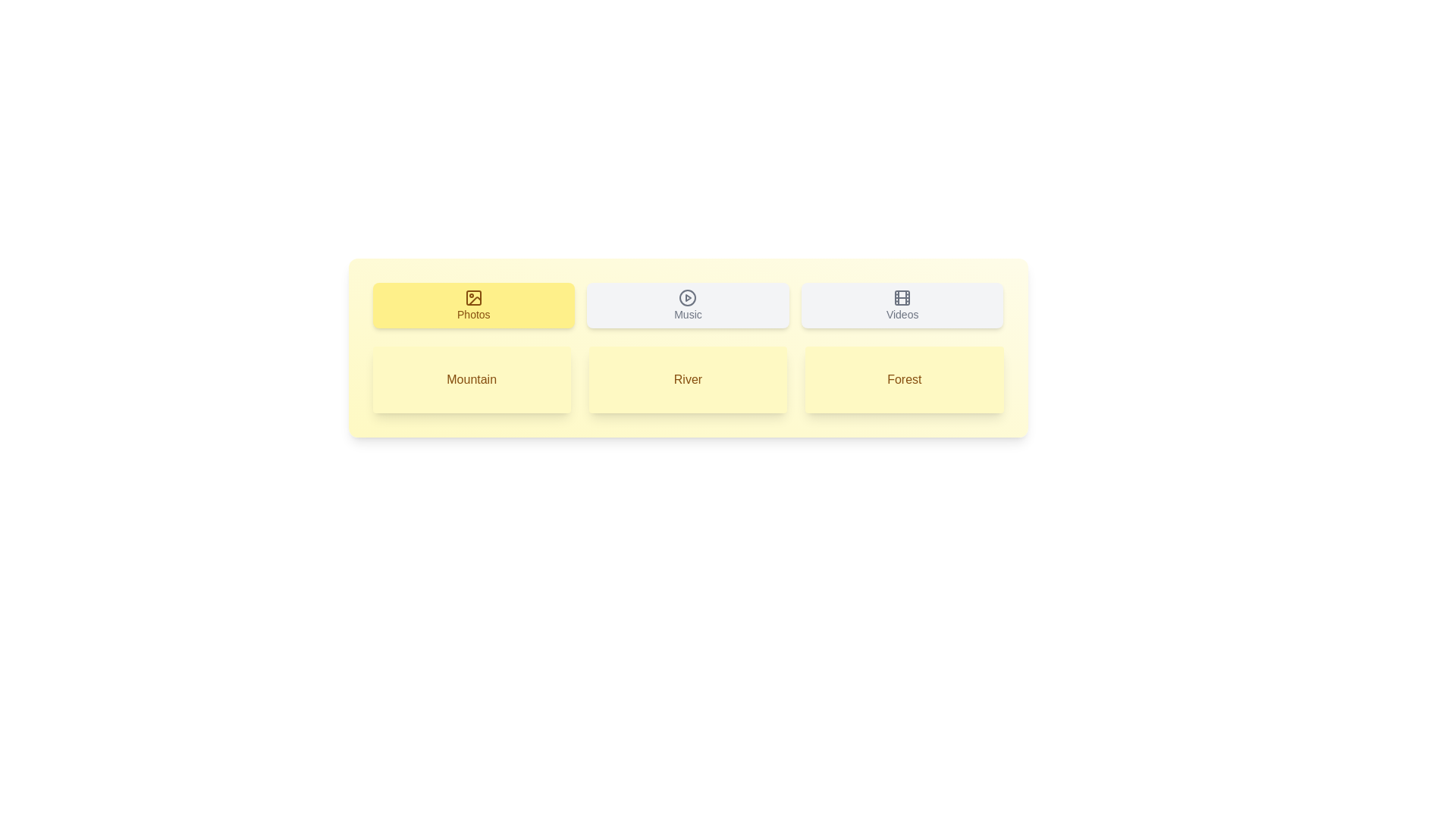 The height and width of the screenshot is (819, 1456). What do you see at coordinates (471, 379) in the screenshot?
I see `the item Mountain in the displayed list` at bounding box center [471, 379].